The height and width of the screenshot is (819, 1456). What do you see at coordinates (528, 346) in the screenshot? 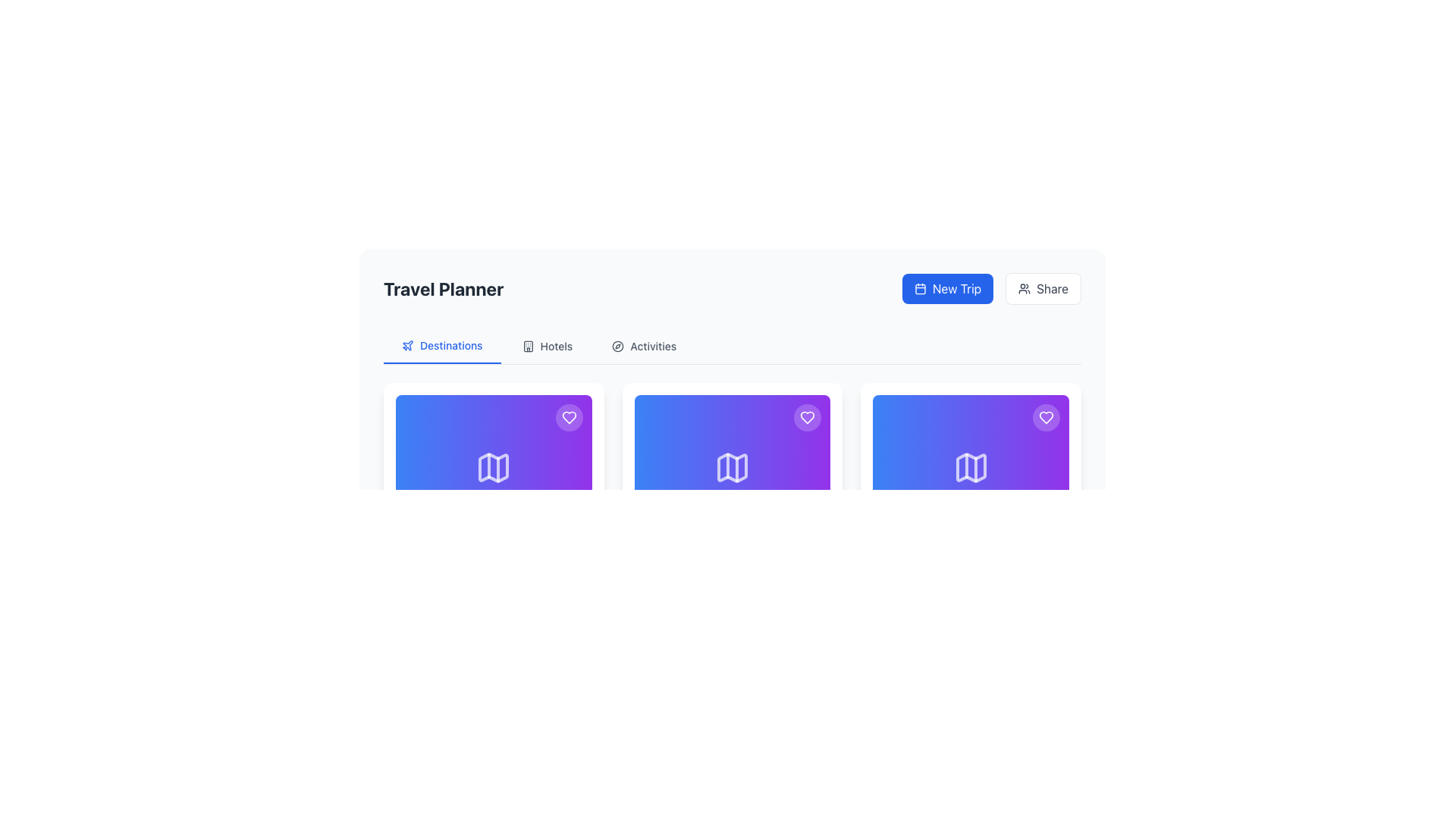
I see `the 'Hotels' icon in the navigation menu, which is the second icon in the horizontal menu at the top of the interface` at bounding box center [528, 346].